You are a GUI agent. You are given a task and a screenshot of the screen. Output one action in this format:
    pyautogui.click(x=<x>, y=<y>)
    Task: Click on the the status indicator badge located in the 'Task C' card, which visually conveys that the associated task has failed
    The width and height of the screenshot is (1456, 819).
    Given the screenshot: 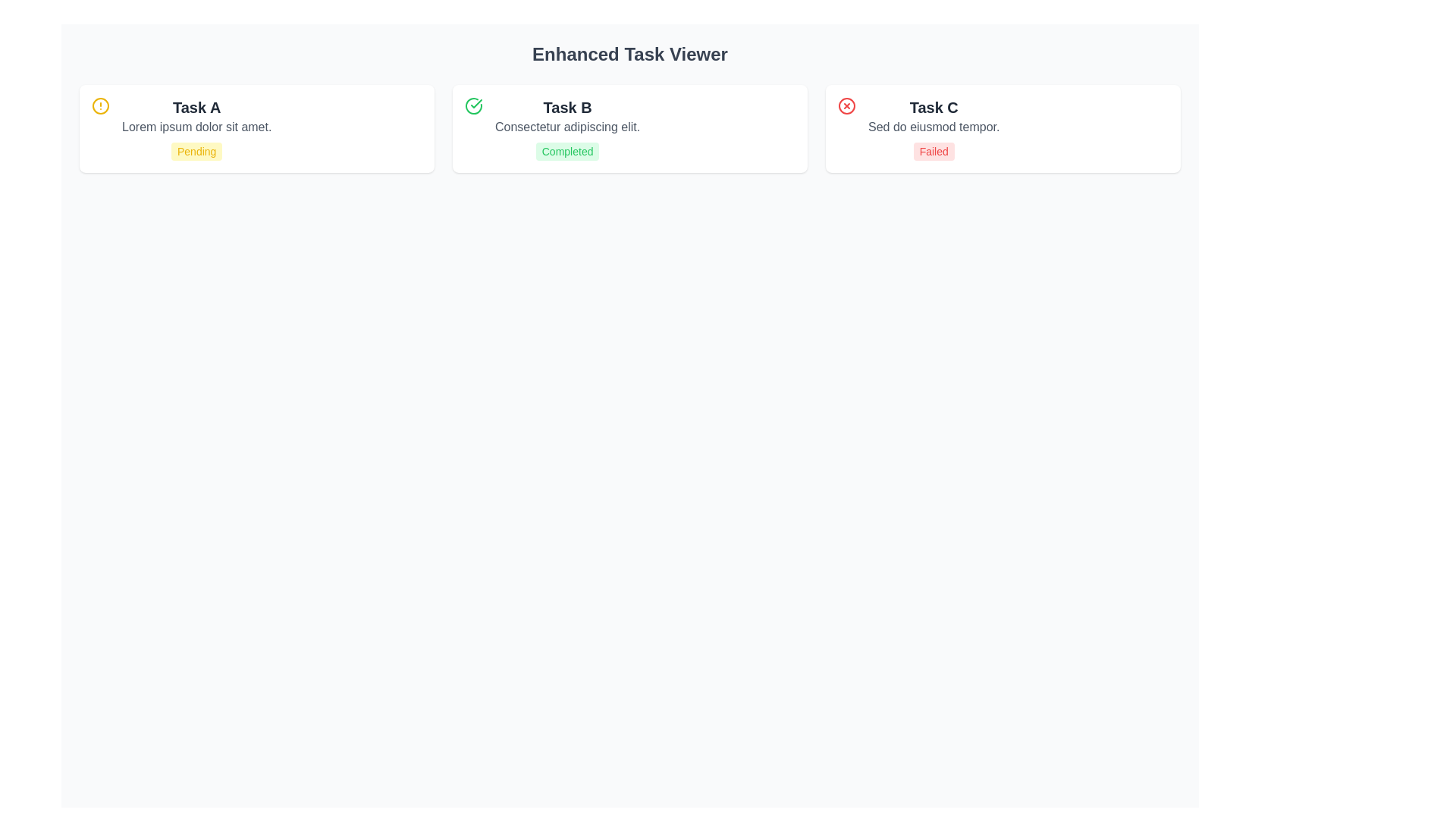 What is the action you would take?
    pyautogui.click(x=933, y=152)
    